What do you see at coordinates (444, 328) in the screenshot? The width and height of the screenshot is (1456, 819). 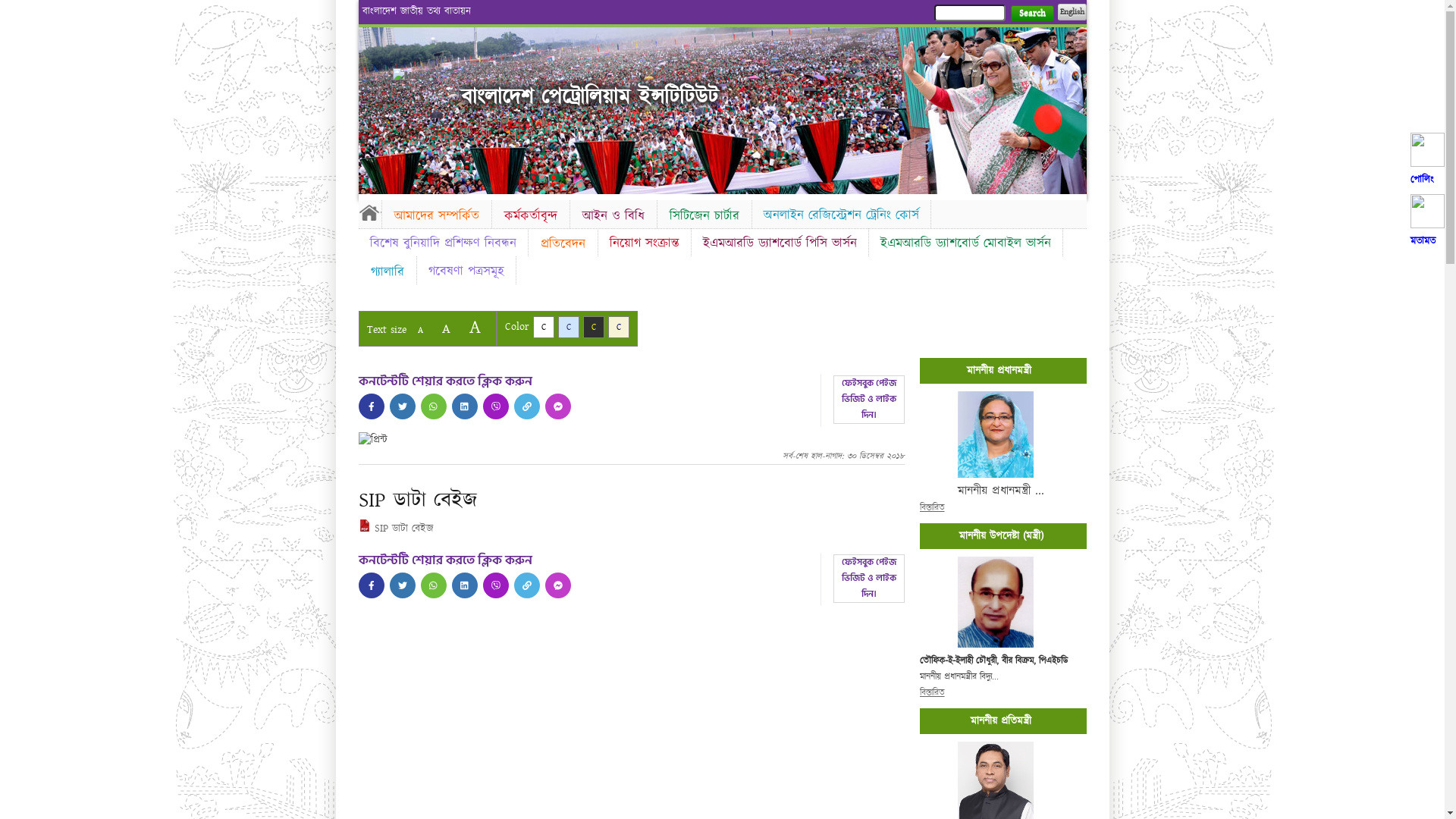 I see `'A'` at bounding box center [444, 328].